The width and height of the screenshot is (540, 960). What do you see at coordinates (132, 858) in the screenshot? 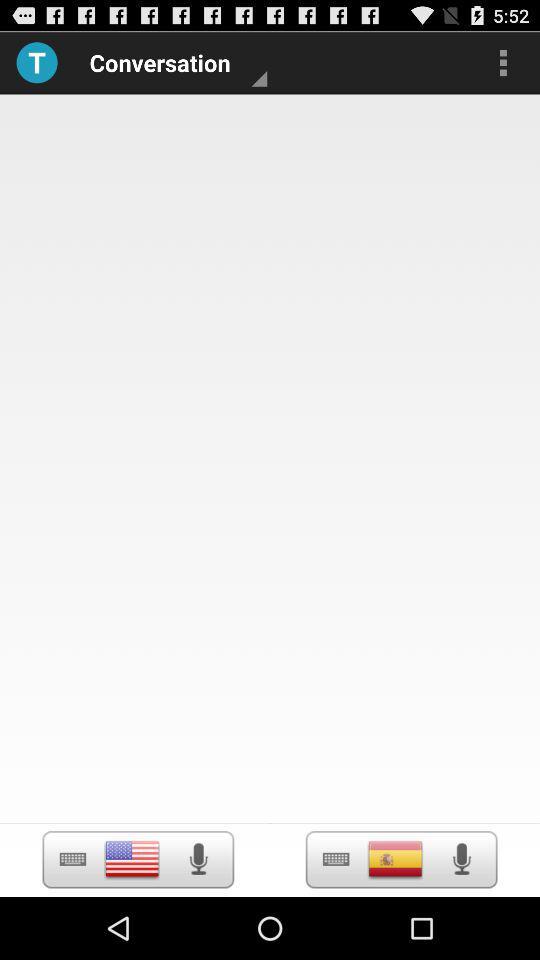
I see `input language option` at bounding box center [132, 858].